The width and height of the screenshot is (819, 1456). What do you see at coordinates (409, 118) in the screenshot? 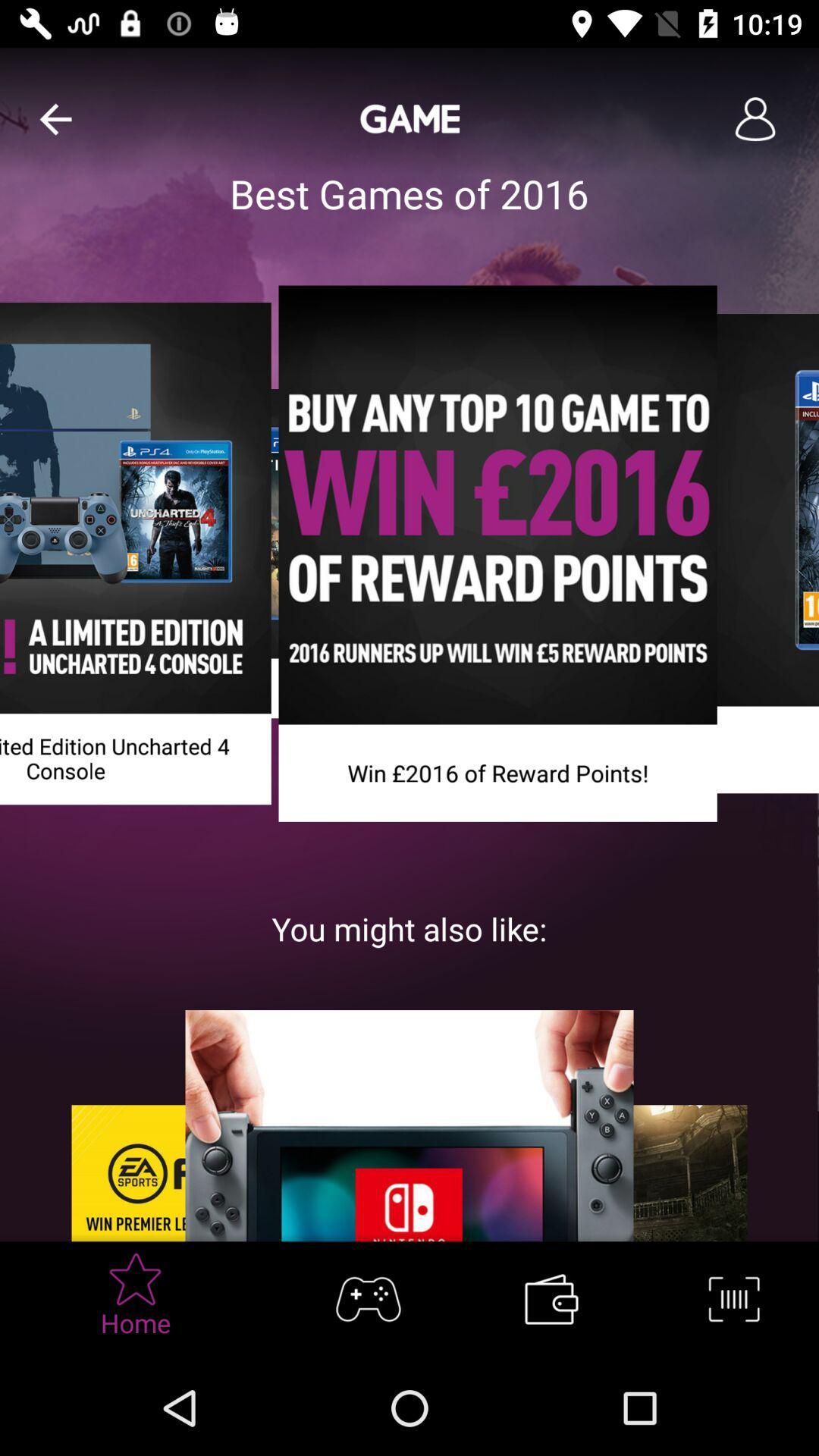
I see `the text game` at bounding box center [409, 118].